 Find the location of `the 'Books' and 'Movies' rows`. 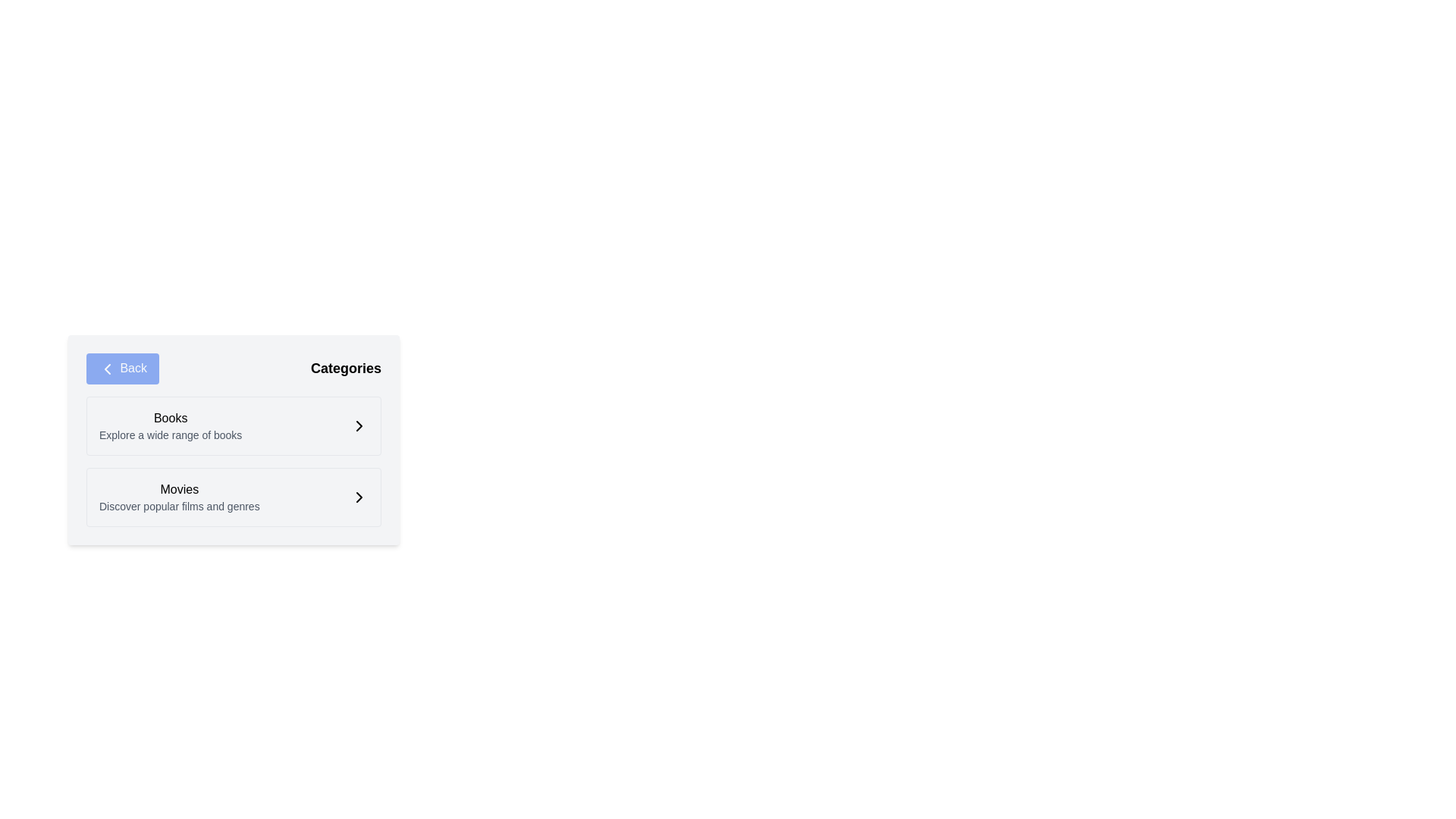

the 'Books' and 'Movies' rows is located at coordinates (233, 460).